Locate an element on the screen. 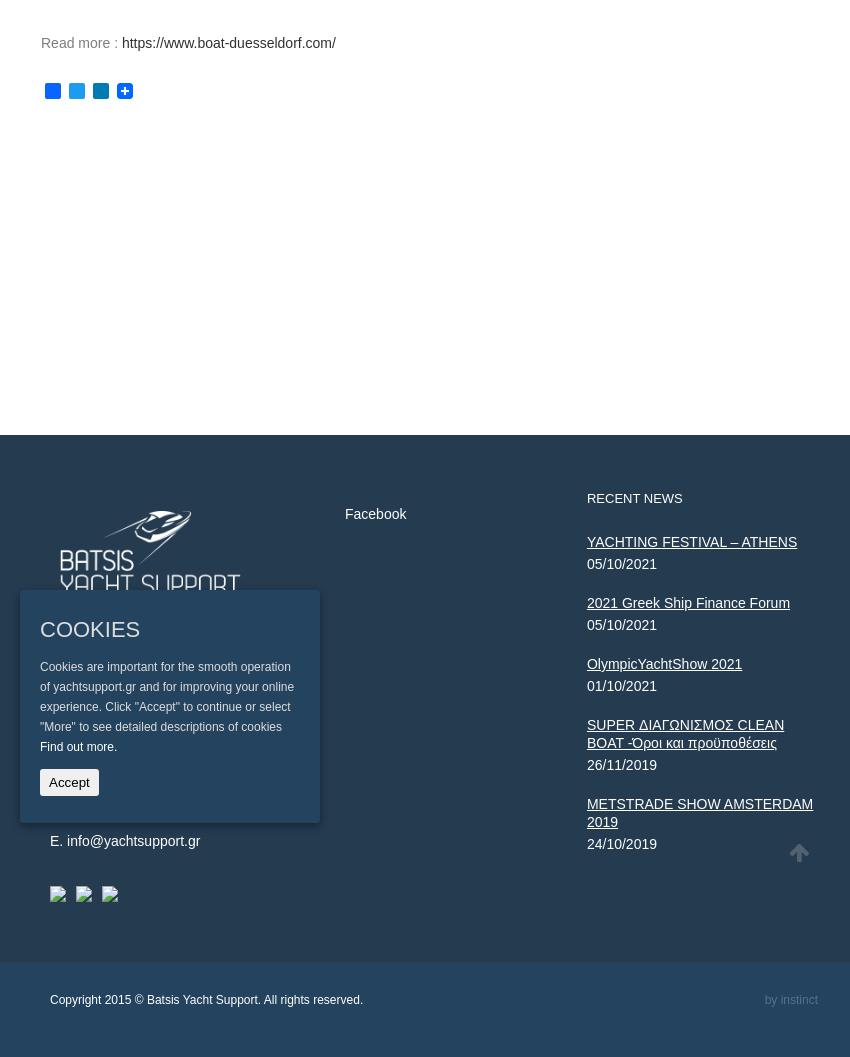  'YACHTING FESTIVAL – ATHENS' is located at coordinates (585, 541).